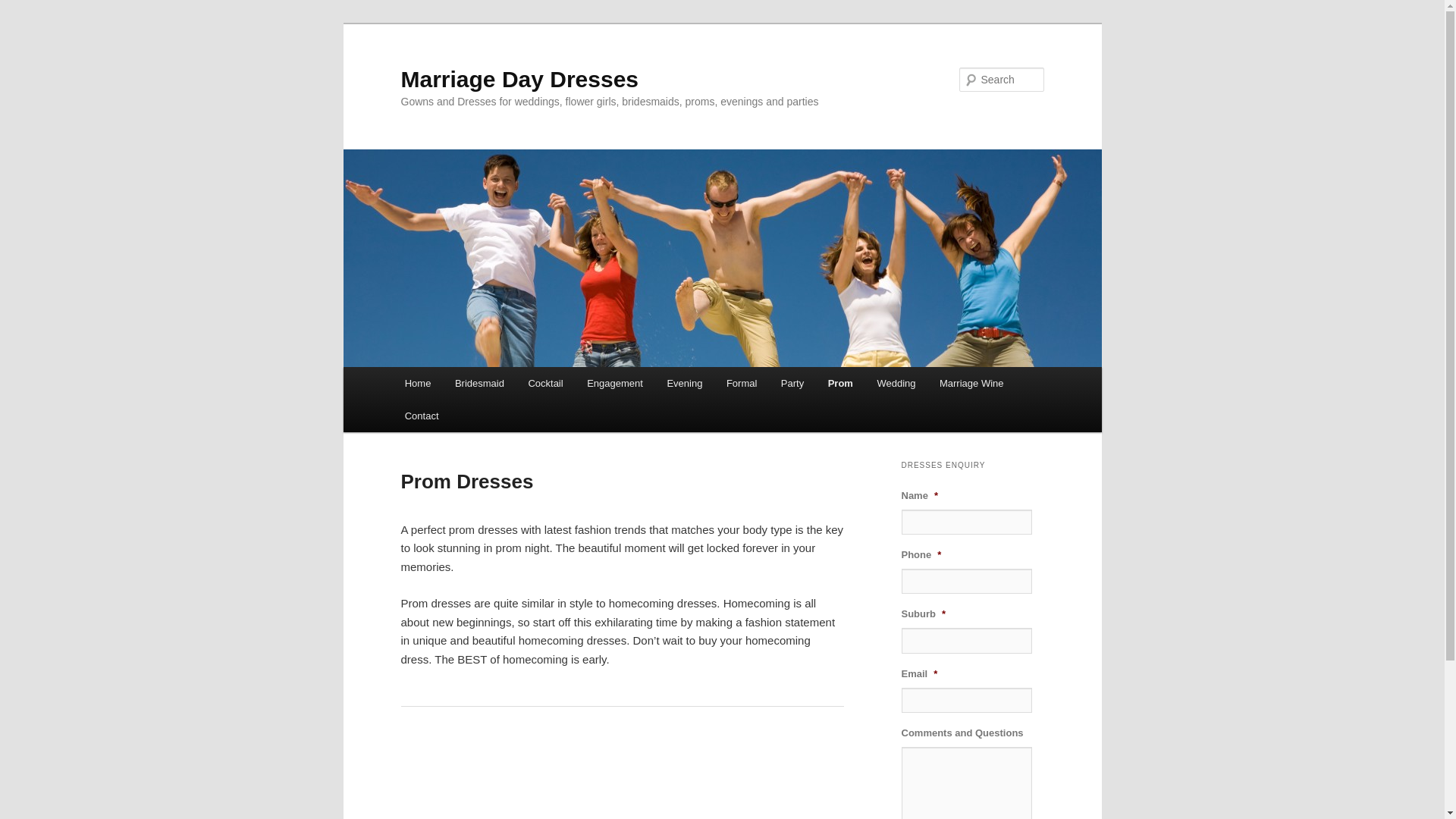 The height and width of the screenshot is (819, 1456). I want to click on 'Contact', so click(422, 416).